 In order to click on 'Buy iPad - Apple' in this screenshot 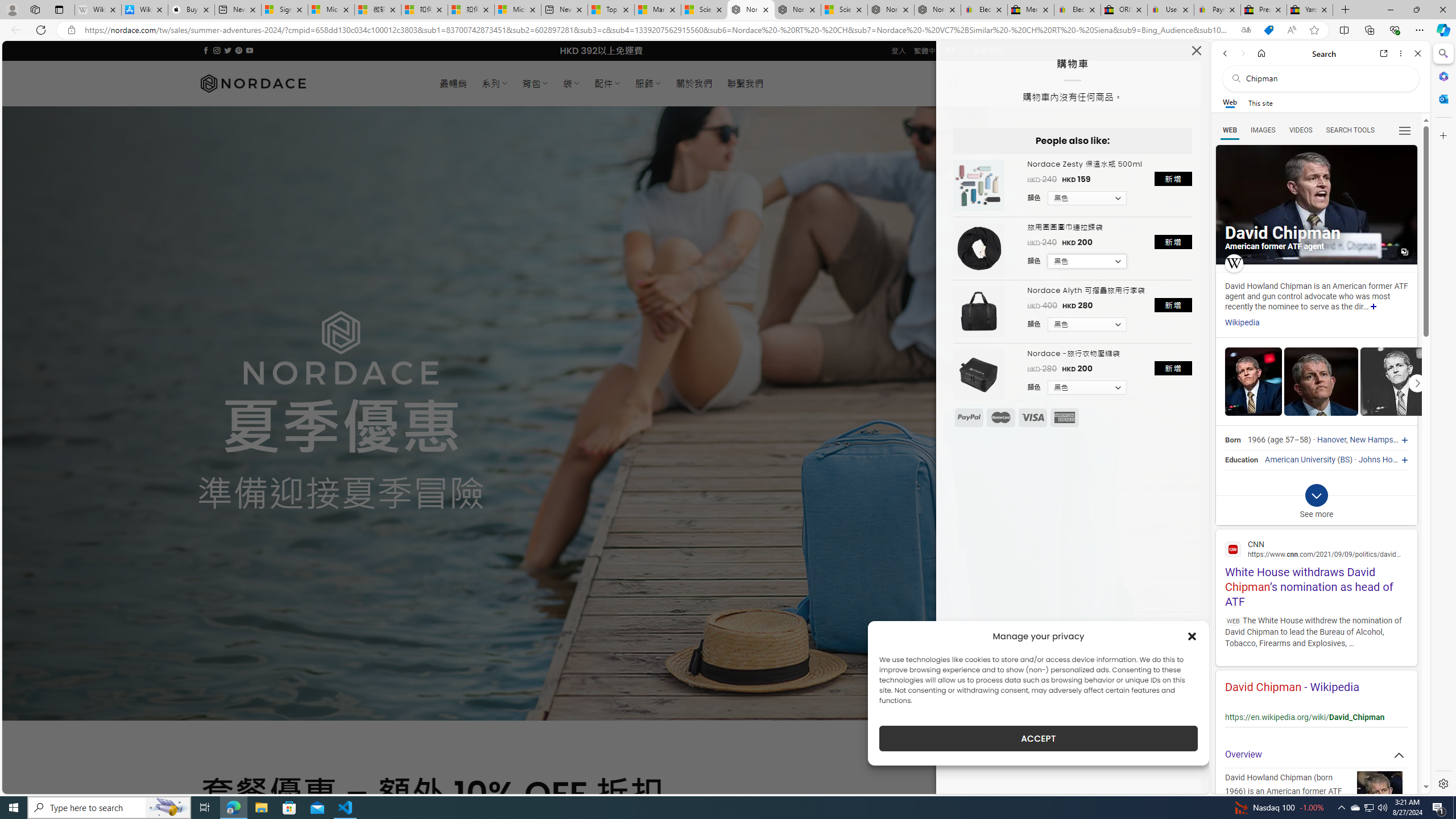, I will do `click(191, 9)`.